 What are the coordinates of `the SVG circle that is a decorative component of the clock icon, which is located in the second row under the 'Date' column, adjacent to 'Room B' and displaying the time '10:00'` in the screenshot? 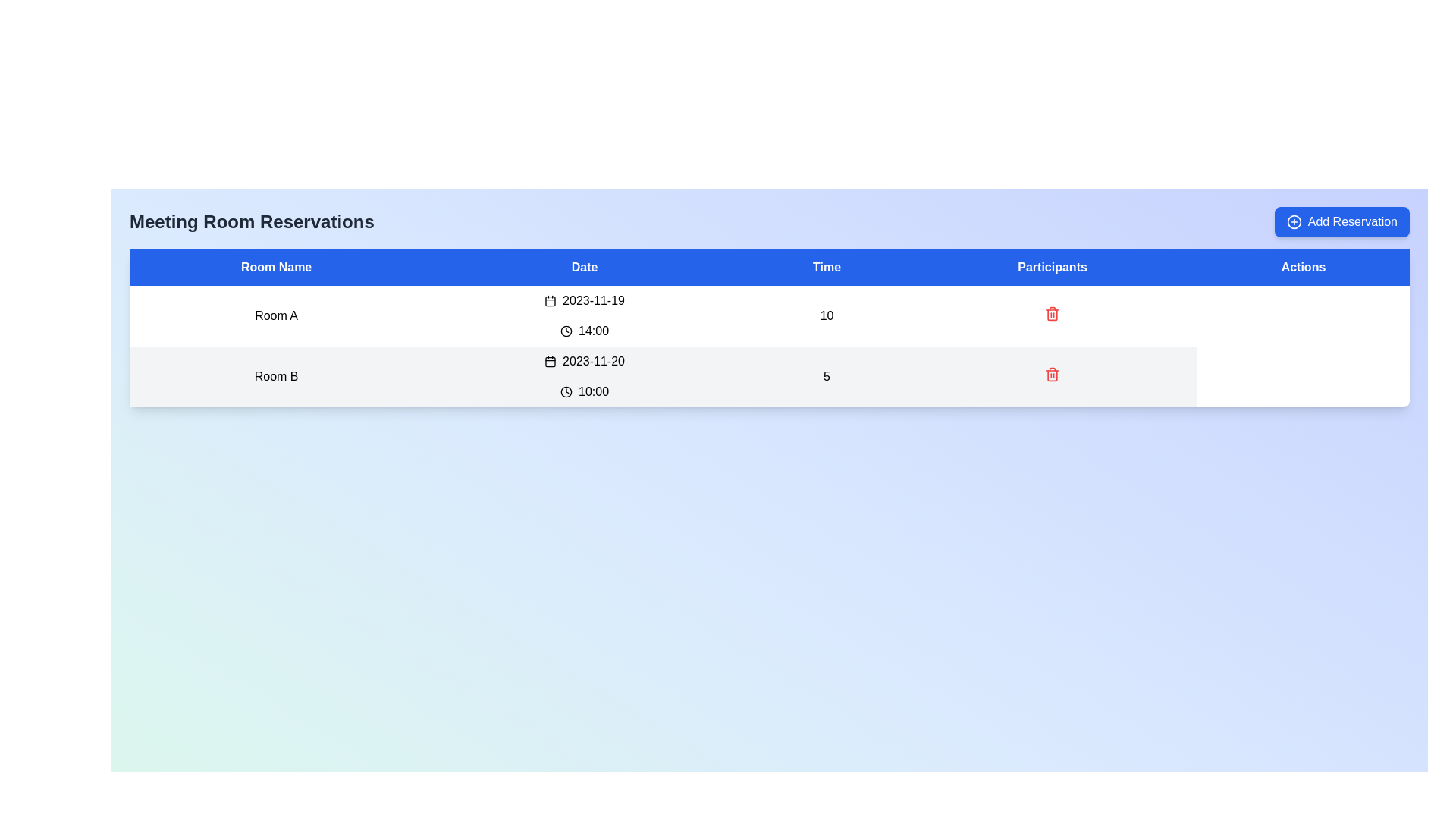 It's located at (566, 391).